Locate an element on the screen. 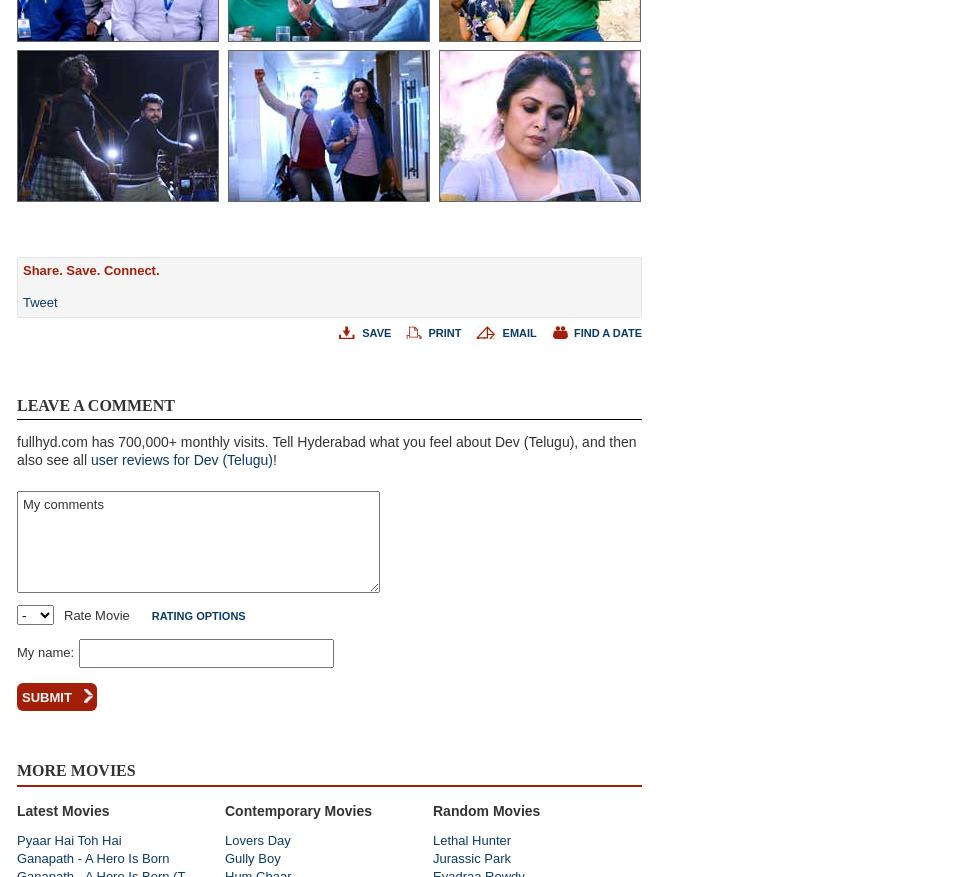 Image resolution: width=980 pixels, height=877 pixels. 'Pyaar Hai Toh Hai' is located at coordinates (68, 839).